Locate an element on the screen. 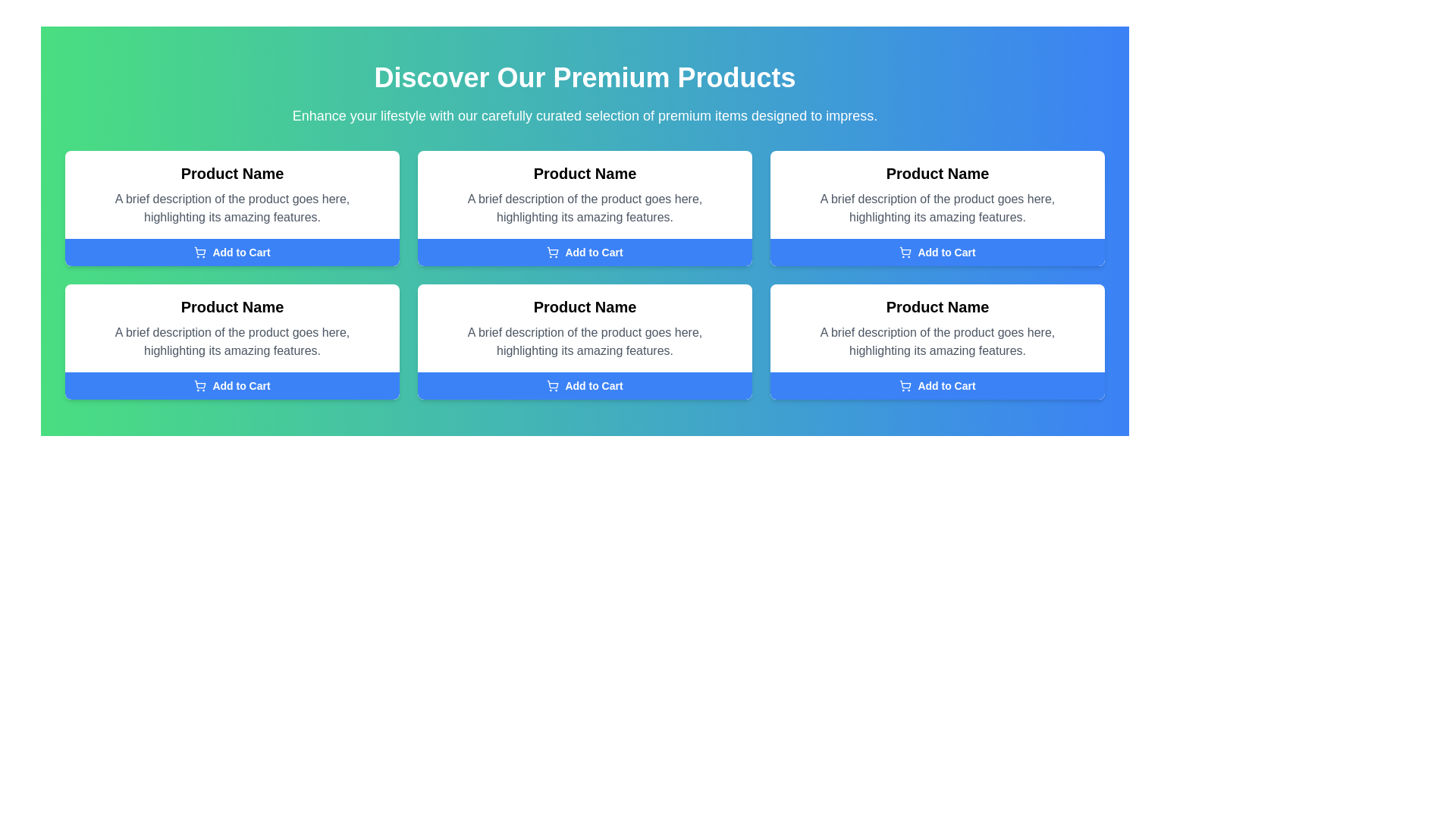 This screenshot has width=1456, height=819. the informative text section that provides product information, located in the middle row and middle column of a grid of six items is located at coordinates (584, 194).